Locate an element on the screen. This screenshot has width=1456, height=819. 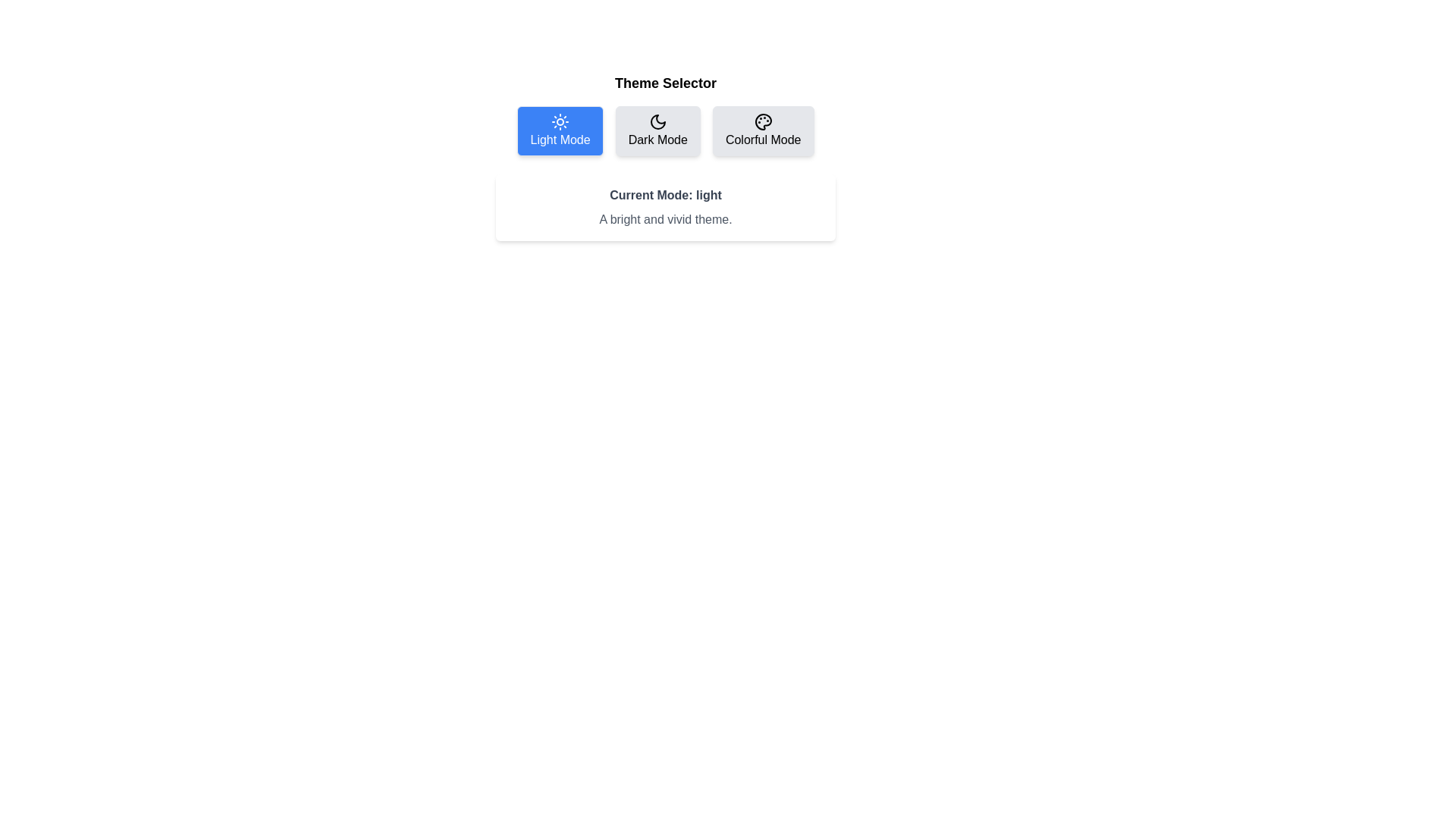
the palette icon located on the rightmost side of the Theme Selector panel, which features a smooth circular shape and smaller circles representing paint wells is located at coordinates (763, 121).